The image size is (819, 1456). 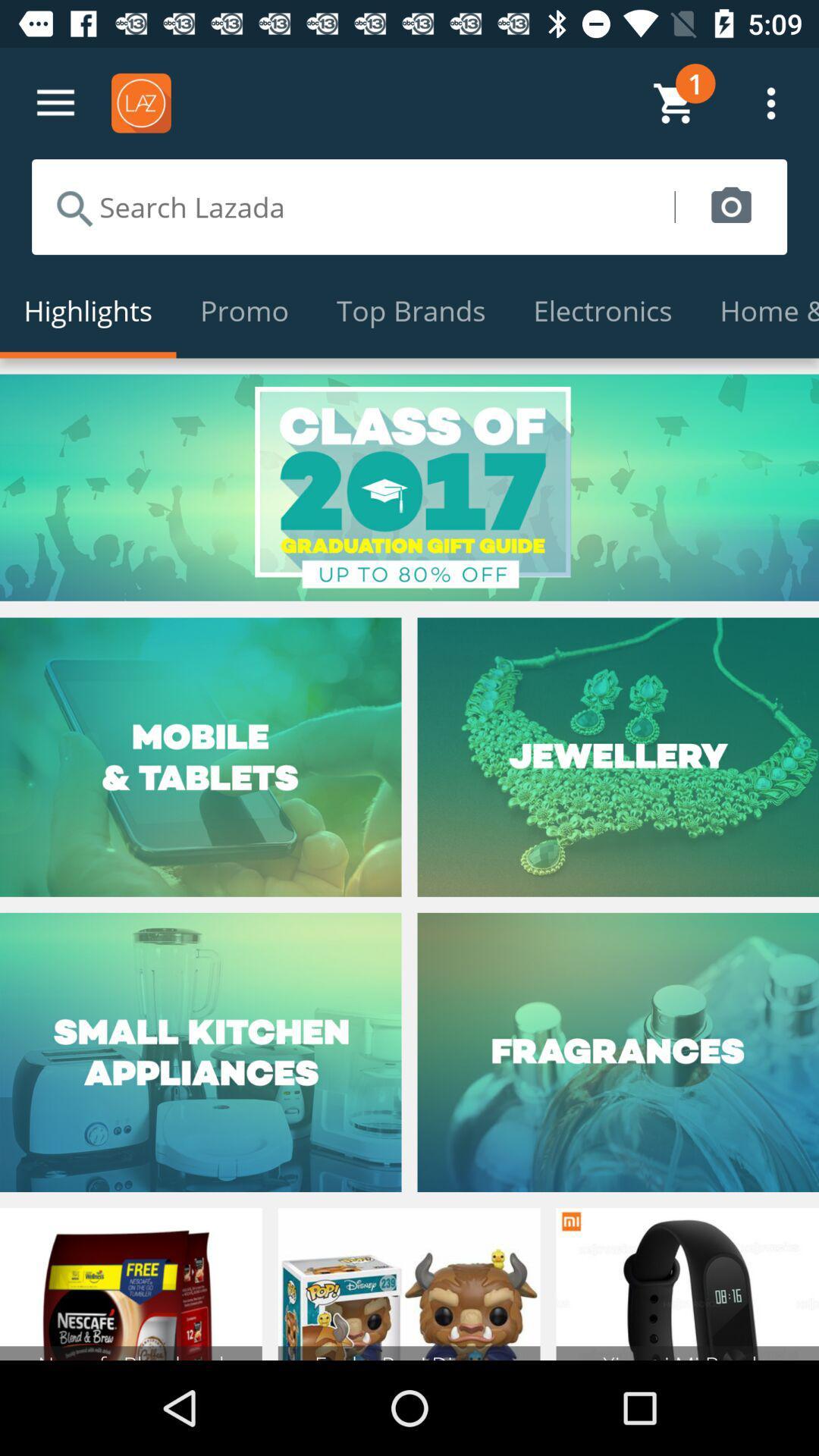 What do you see at coordinates (55, 102) in the screenshot?
I see `menu` at bounding box center [55, 102].